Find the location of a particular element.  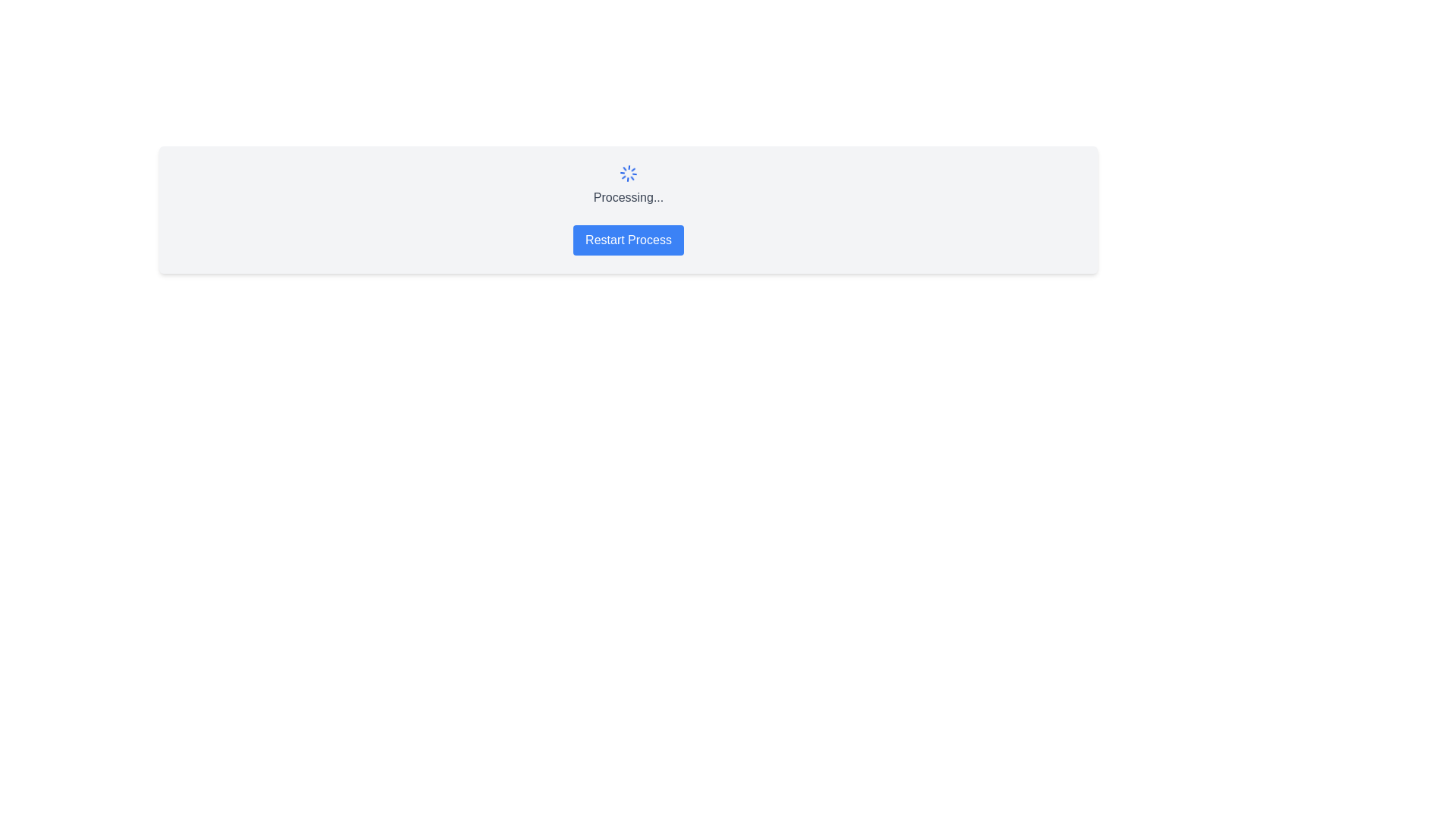

the Static Text Label displaying 'Processing...' which is centered below a spinner and above the 'Restart Process' button is located at coordinates (629, 197).